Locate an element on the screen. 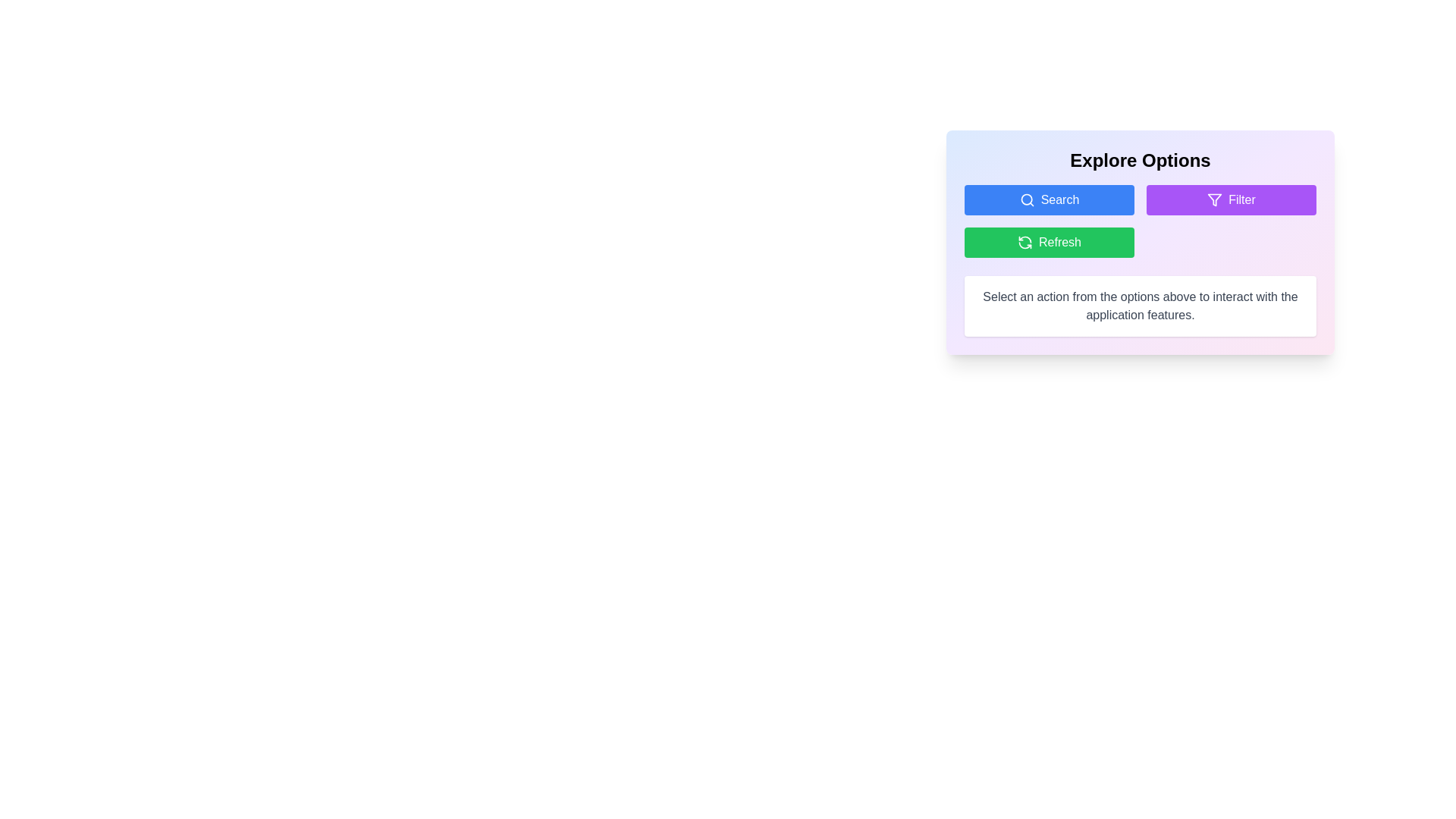 This screenshot has height=819, width=1456. the downward-pointing funnel-shaped SVG icon within the purple button labeled 'Filter' is located at coordinates (1215, 199).